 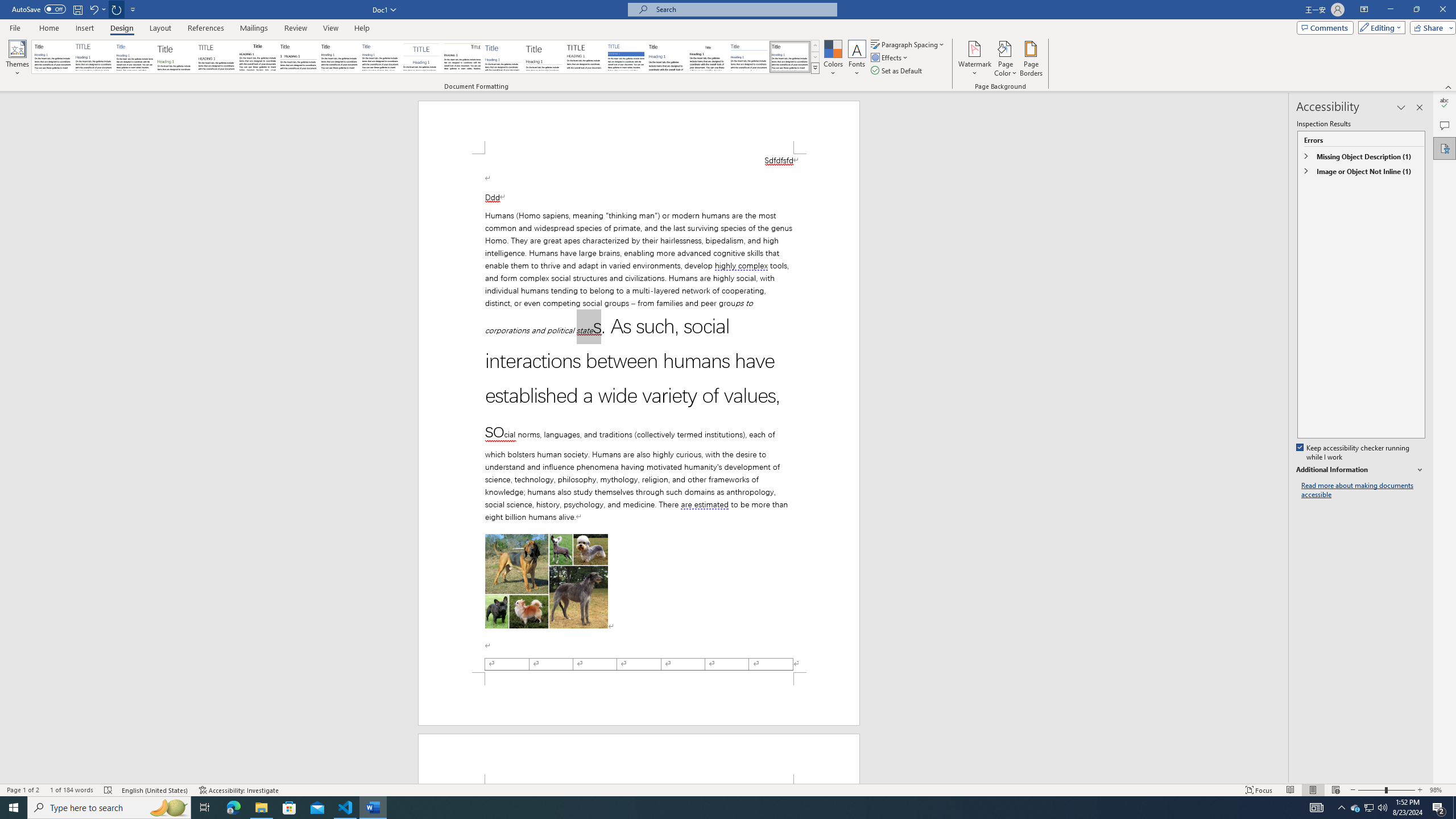 I want to click on 'Page Number Page 1 of 2', so click(x=23, y=790).